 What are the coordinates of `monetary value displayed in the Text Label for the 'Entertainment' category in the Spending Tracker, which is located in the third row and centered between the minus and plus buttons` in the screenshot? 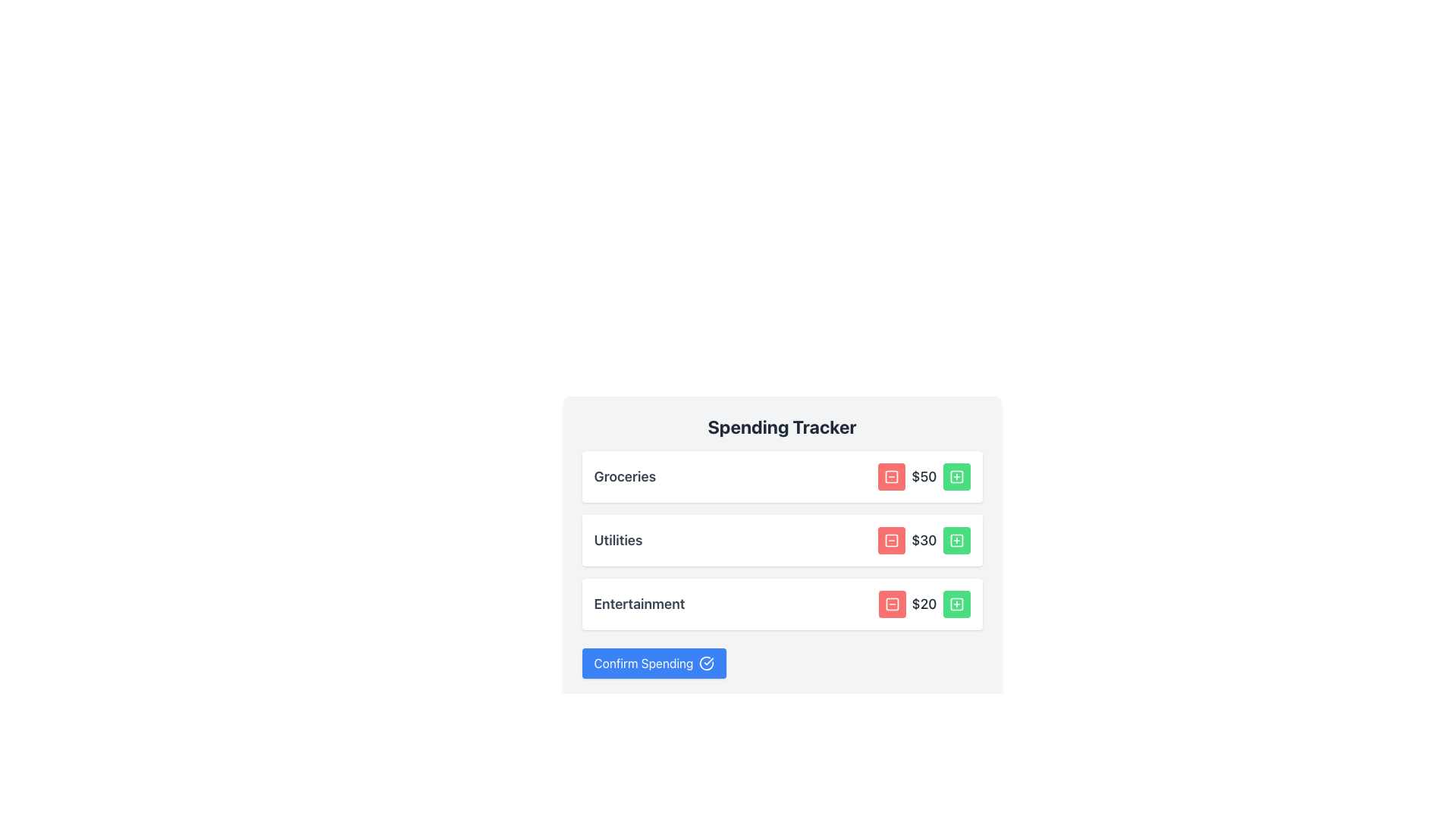 It's located at (924, 604).